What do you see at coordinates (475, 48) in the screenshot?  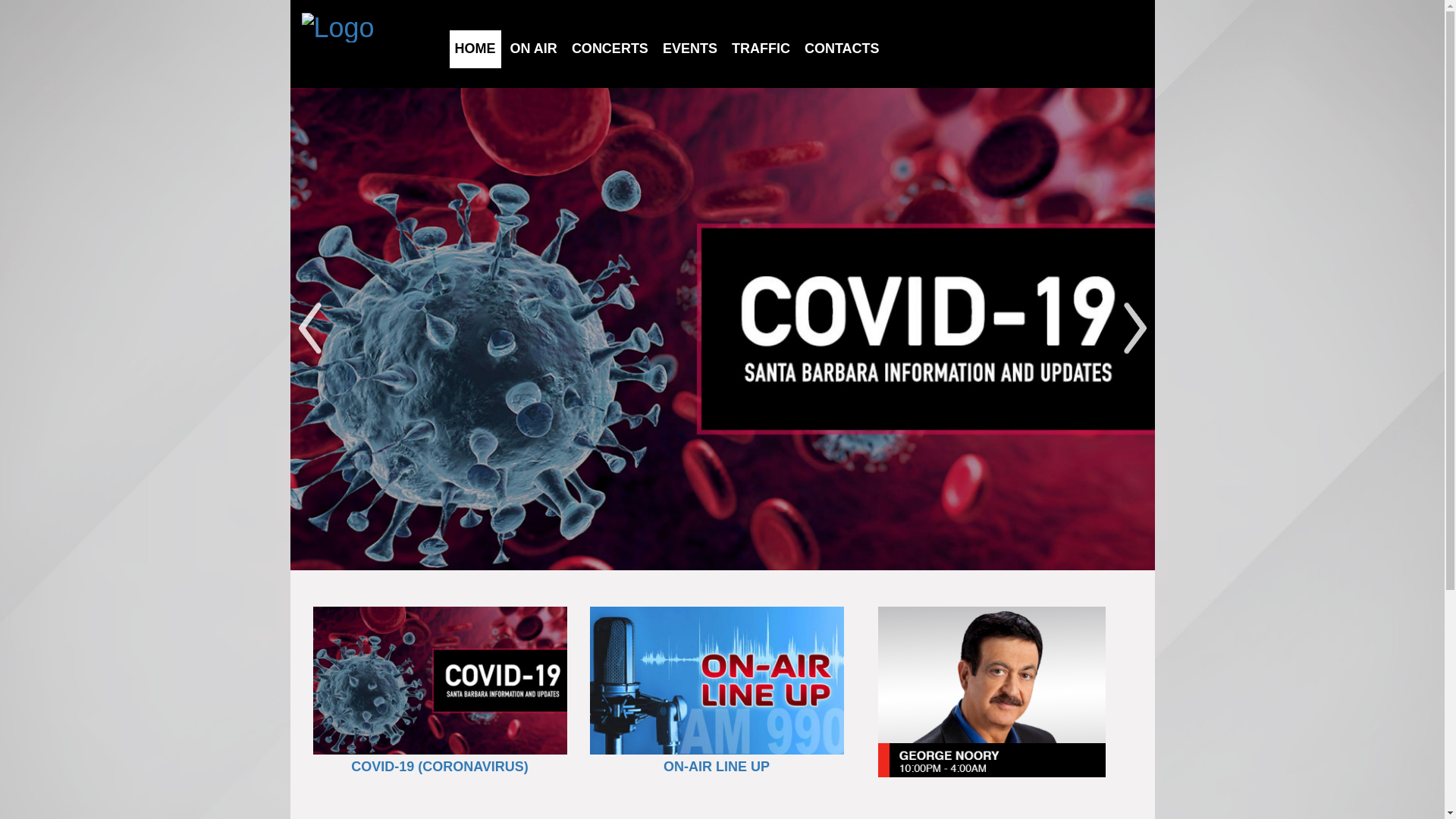 I see `'HOME'` at bounding box center [475, 48].